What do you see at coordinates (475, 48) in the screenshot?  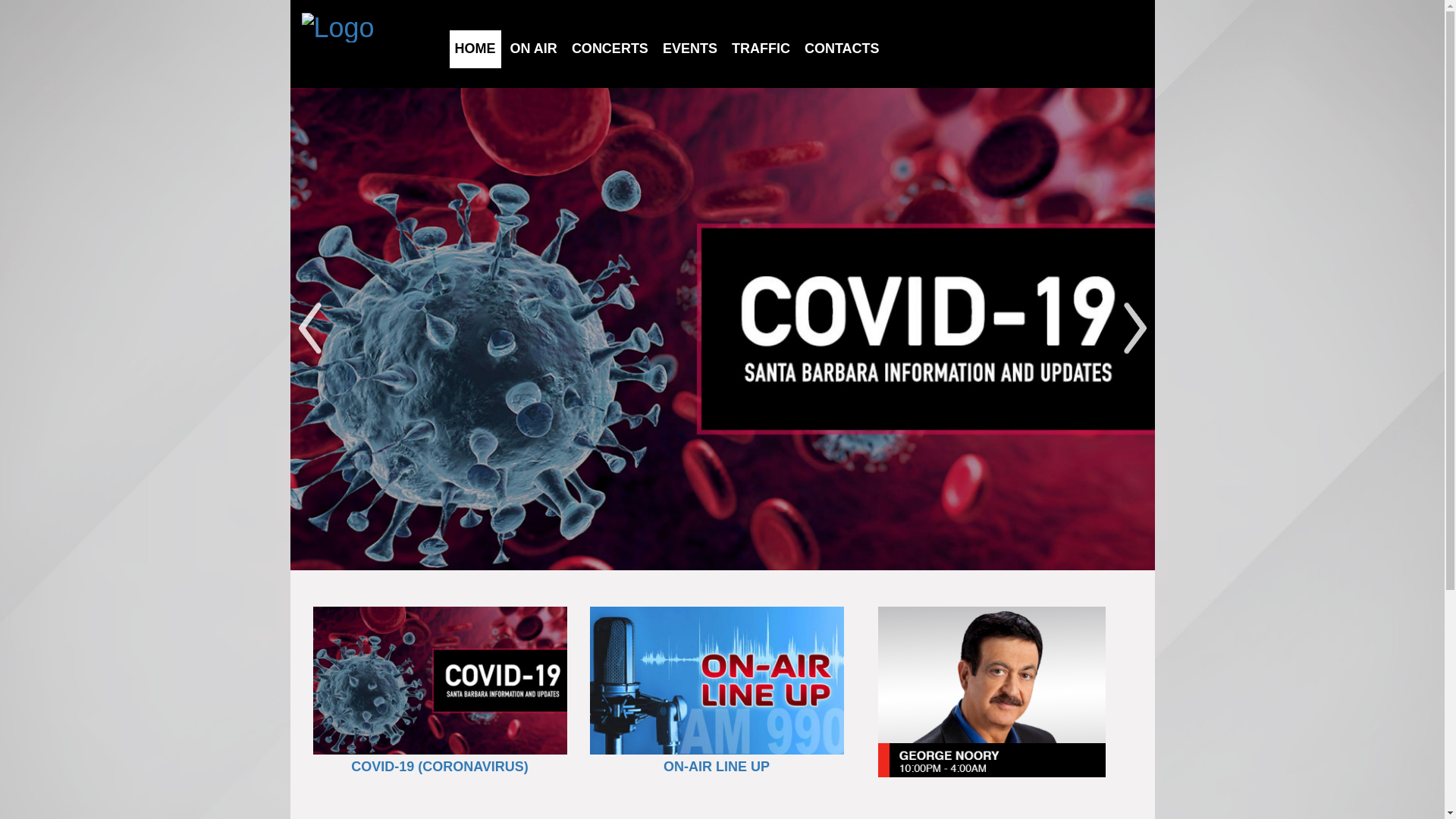 I see `'HOME'` at bounding box center [475, 48].